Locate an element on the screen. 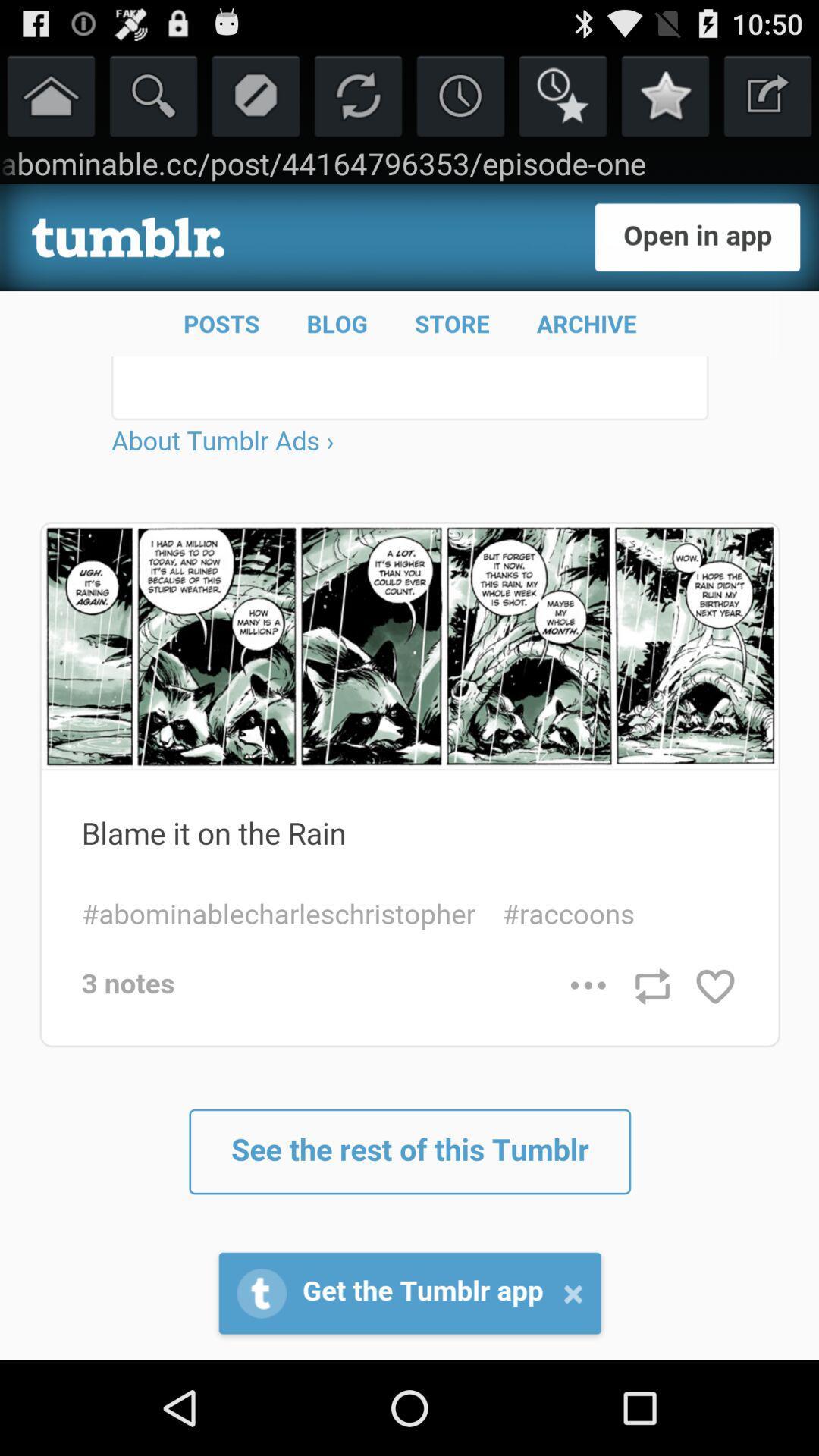  home is located at coordinates (50, 94).